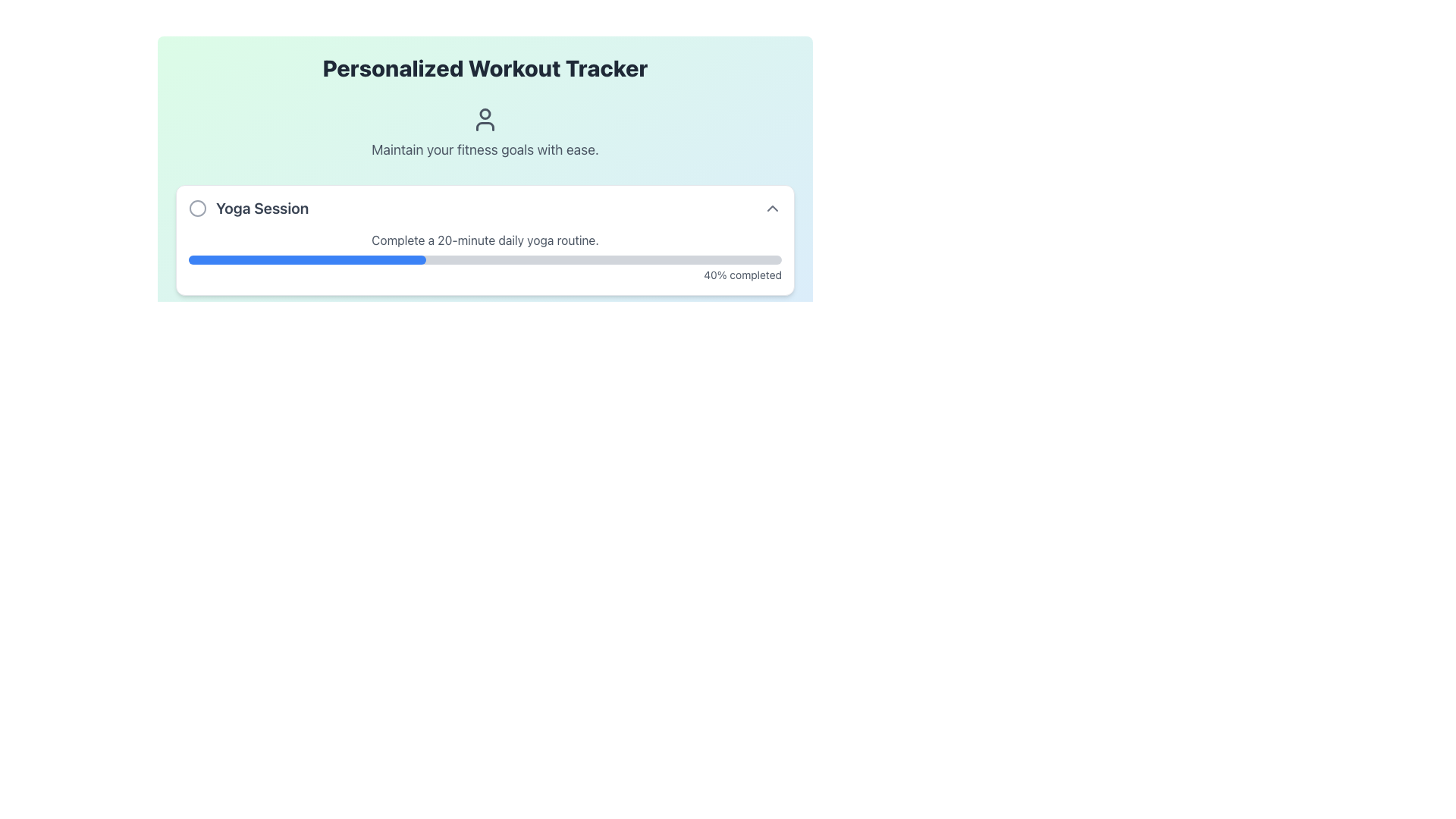  Describe the element at coordinates (484, 133) in the screenshot. I see `the supportive subtitle Static text label located below the title 'Personalized Workout Tracker' and above 'Yoga Session'` at that location.